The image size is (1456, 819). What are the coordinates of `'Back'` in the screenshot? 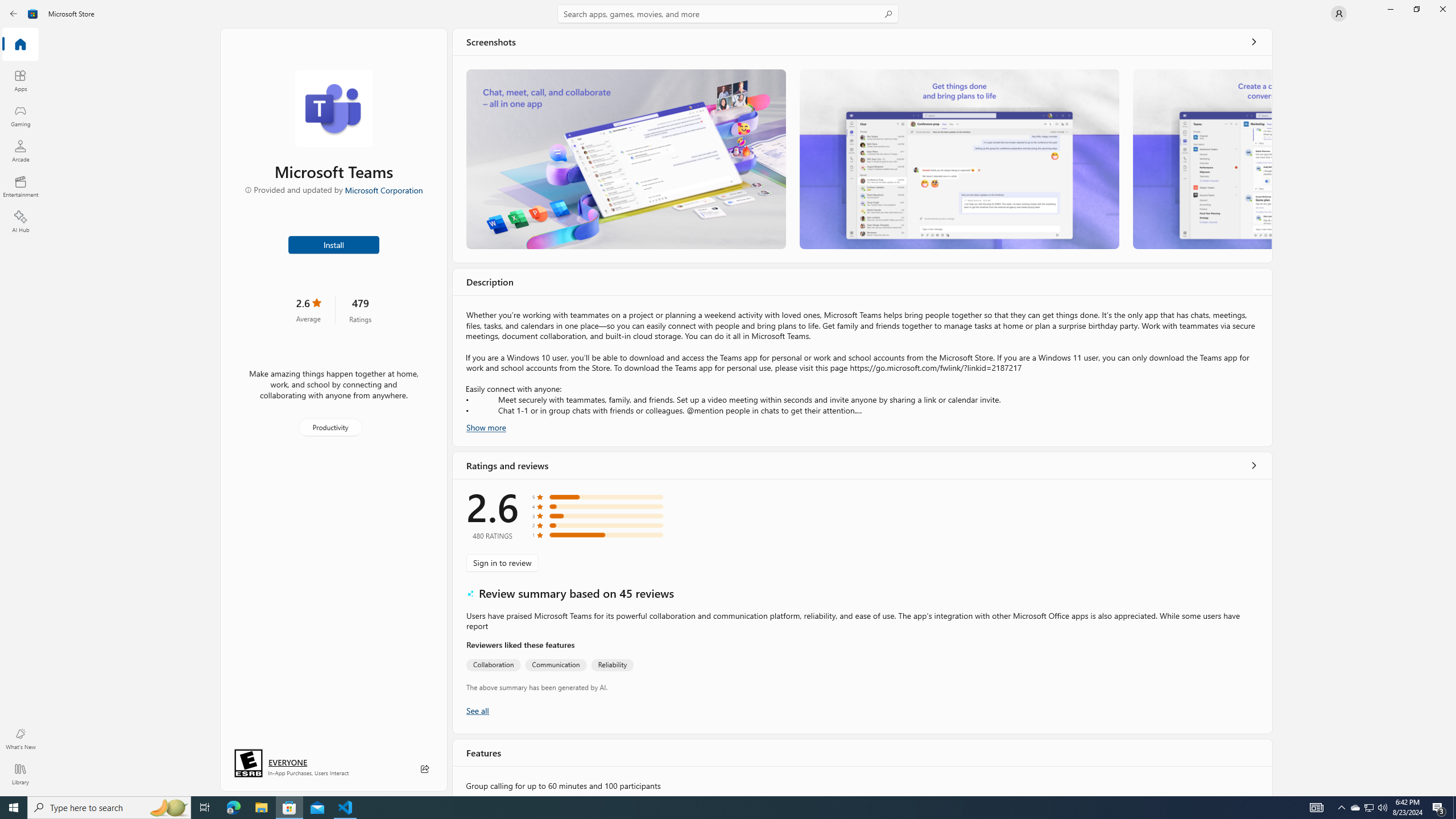 It's located at (14, 13).